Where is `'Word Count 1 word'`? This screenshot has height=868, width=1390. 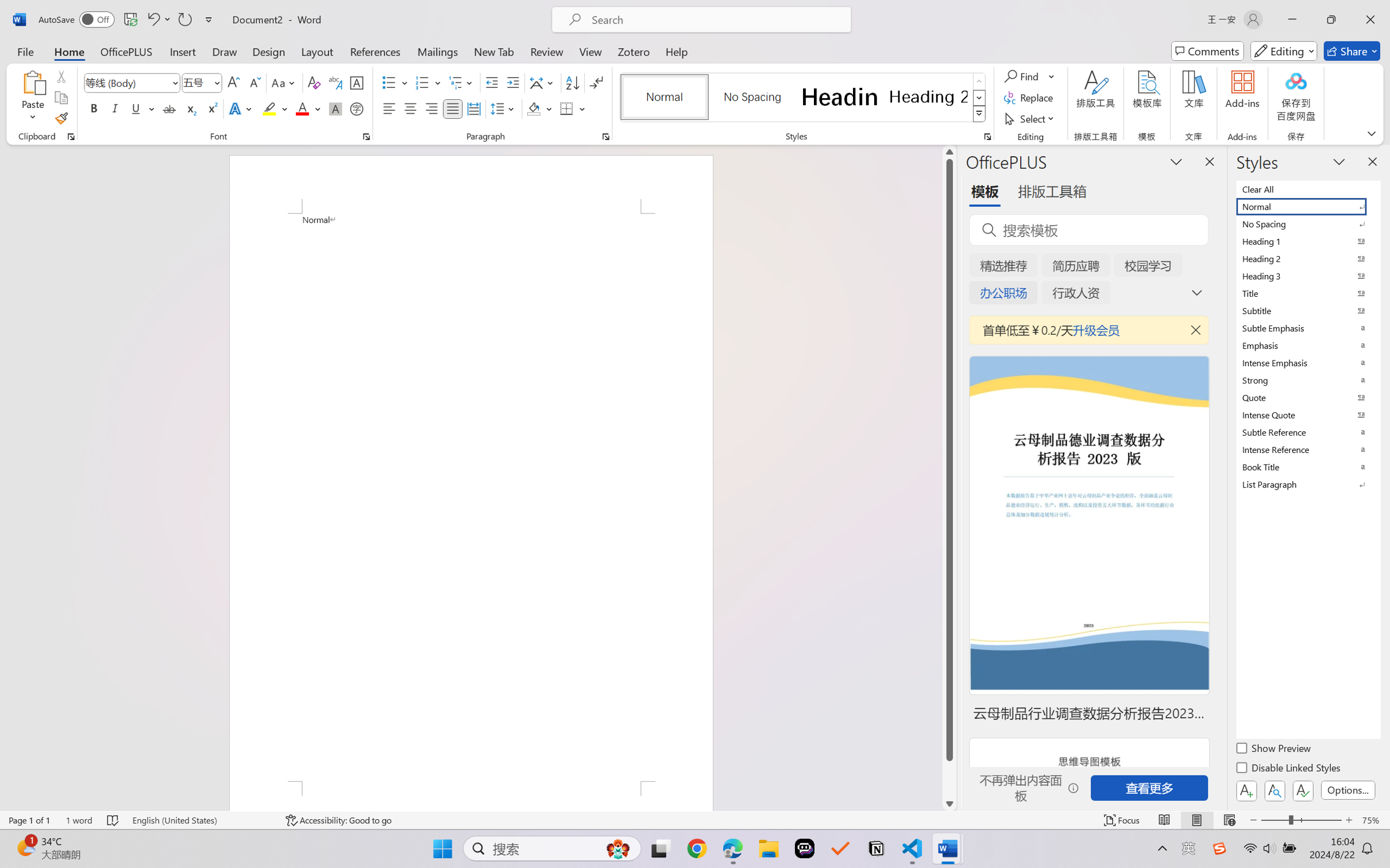
'Word Count 1 word' is located at coordinates (79, 820).